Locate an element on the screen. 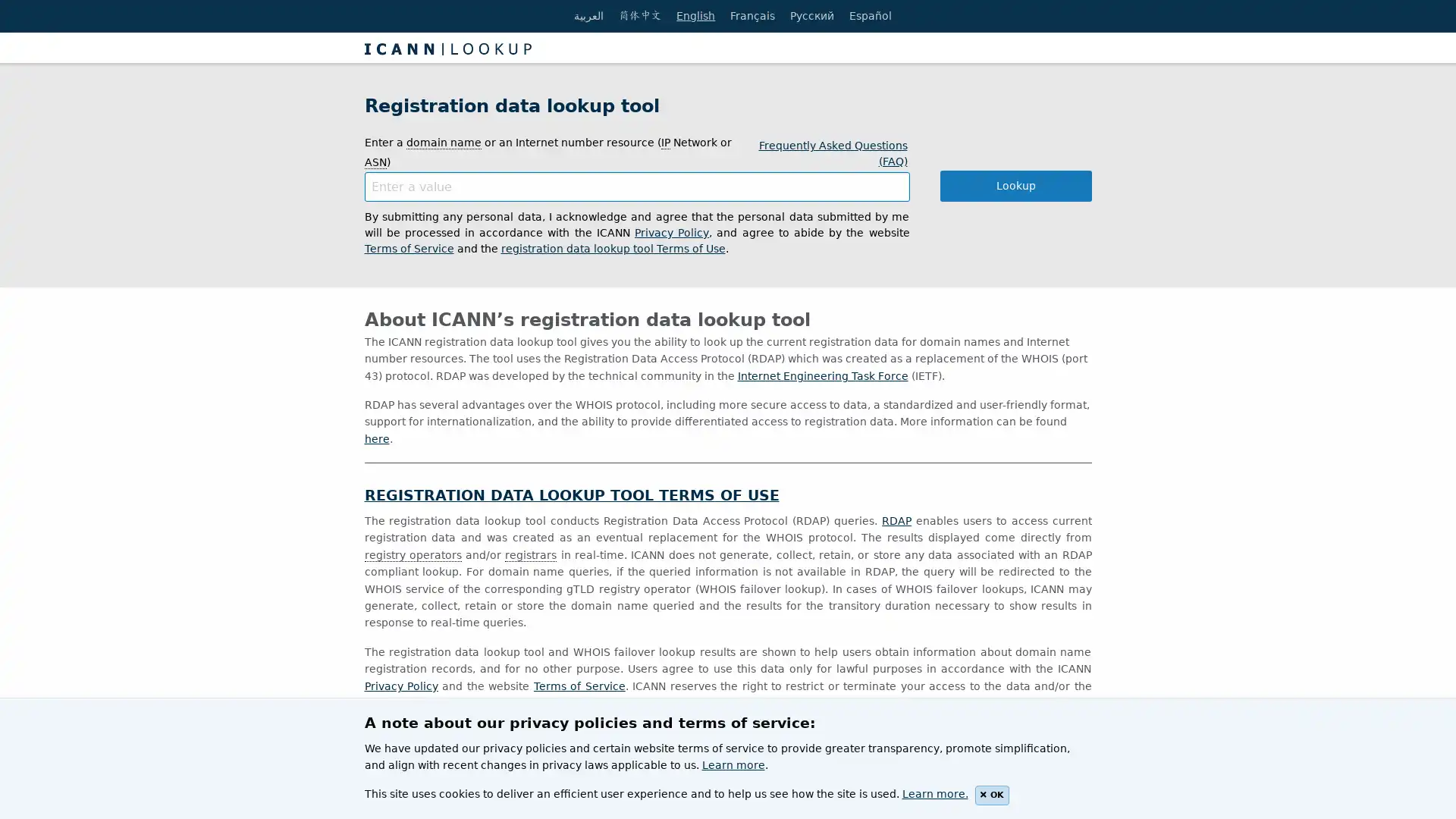  Lookup is located at coordinates (1015, 185).